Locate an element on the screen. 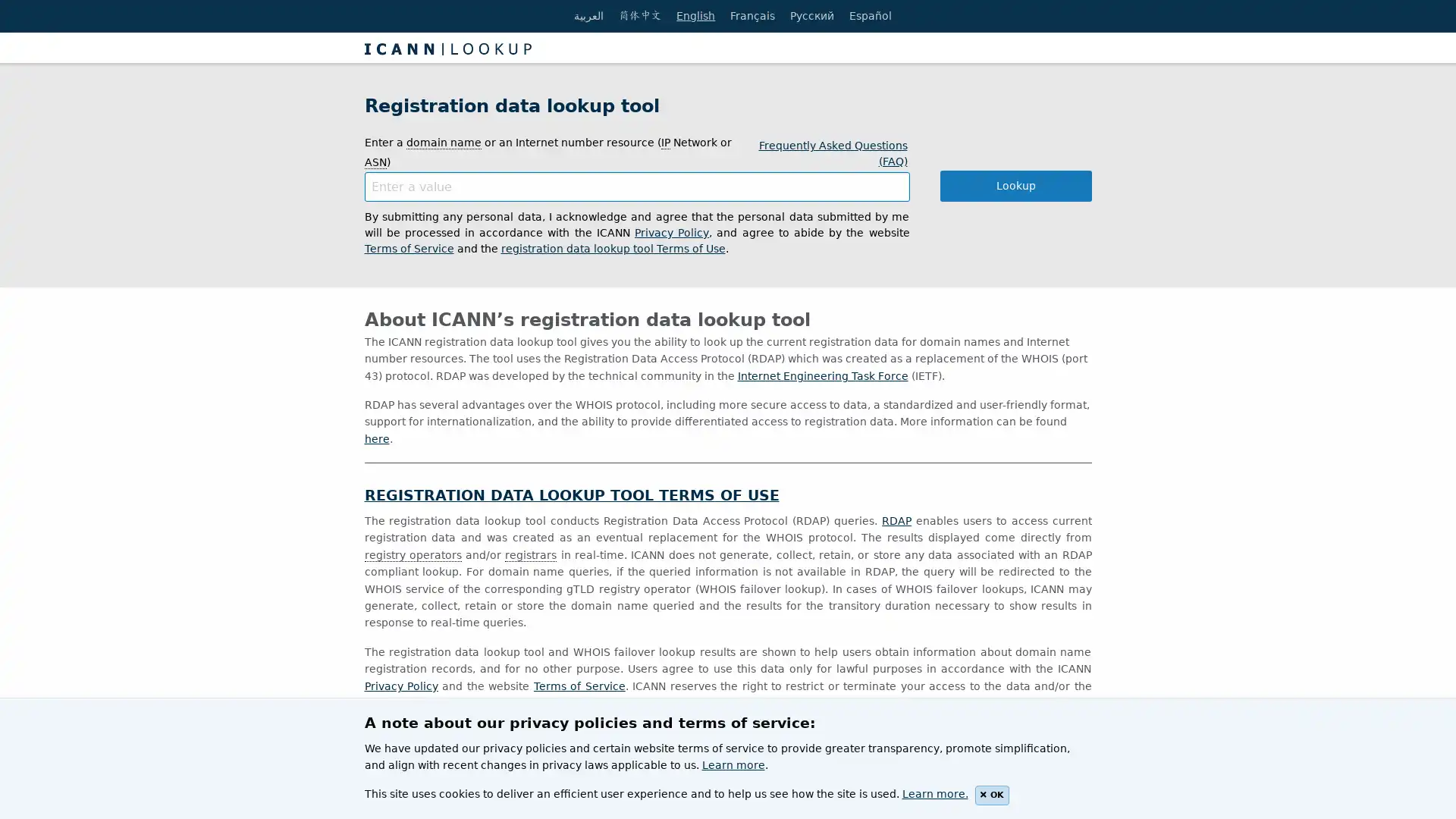  Lookup is located at coordinates (1015, 185).